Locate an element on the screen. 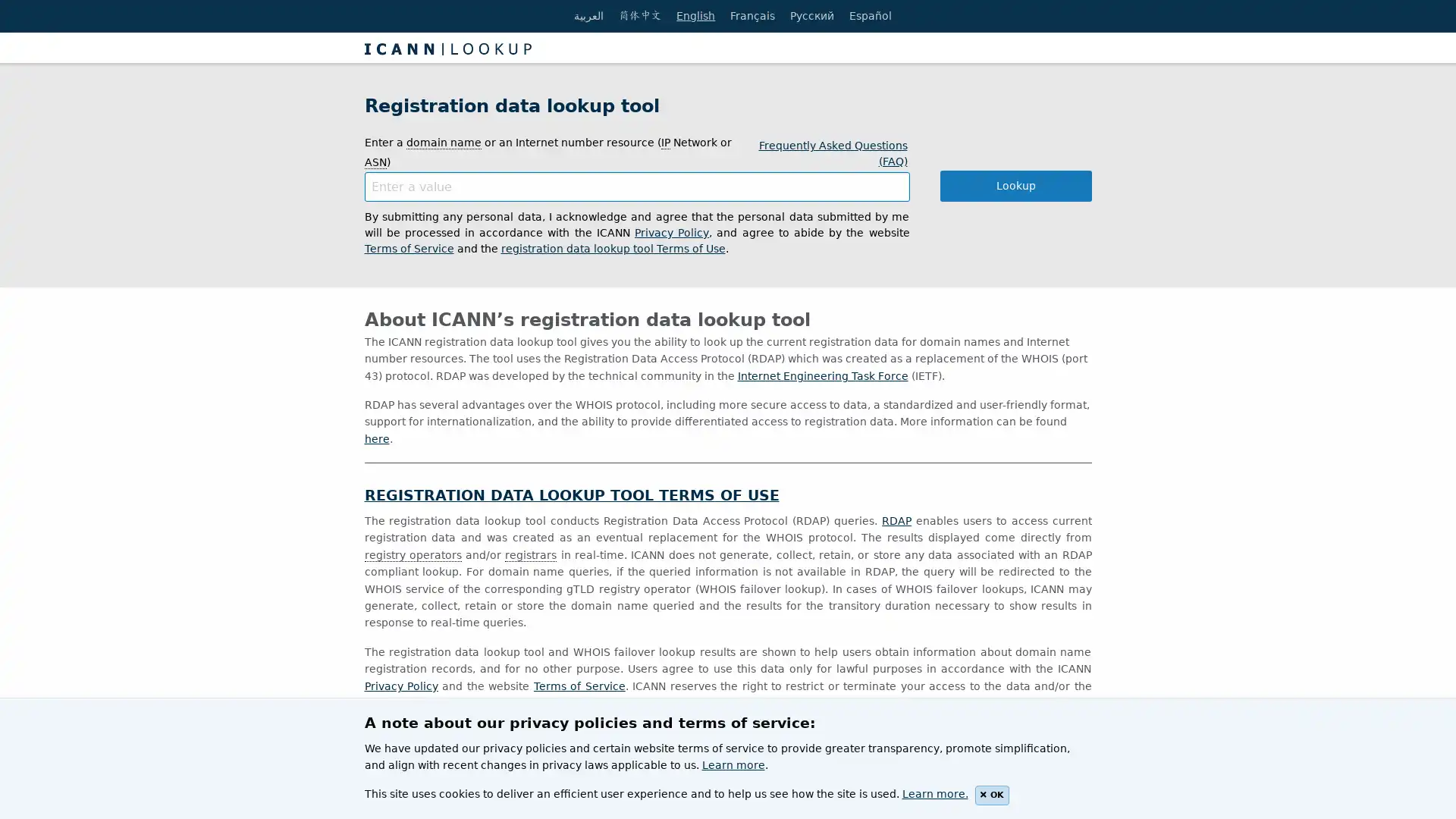  Lookup is located at coordinates (1015, 185).